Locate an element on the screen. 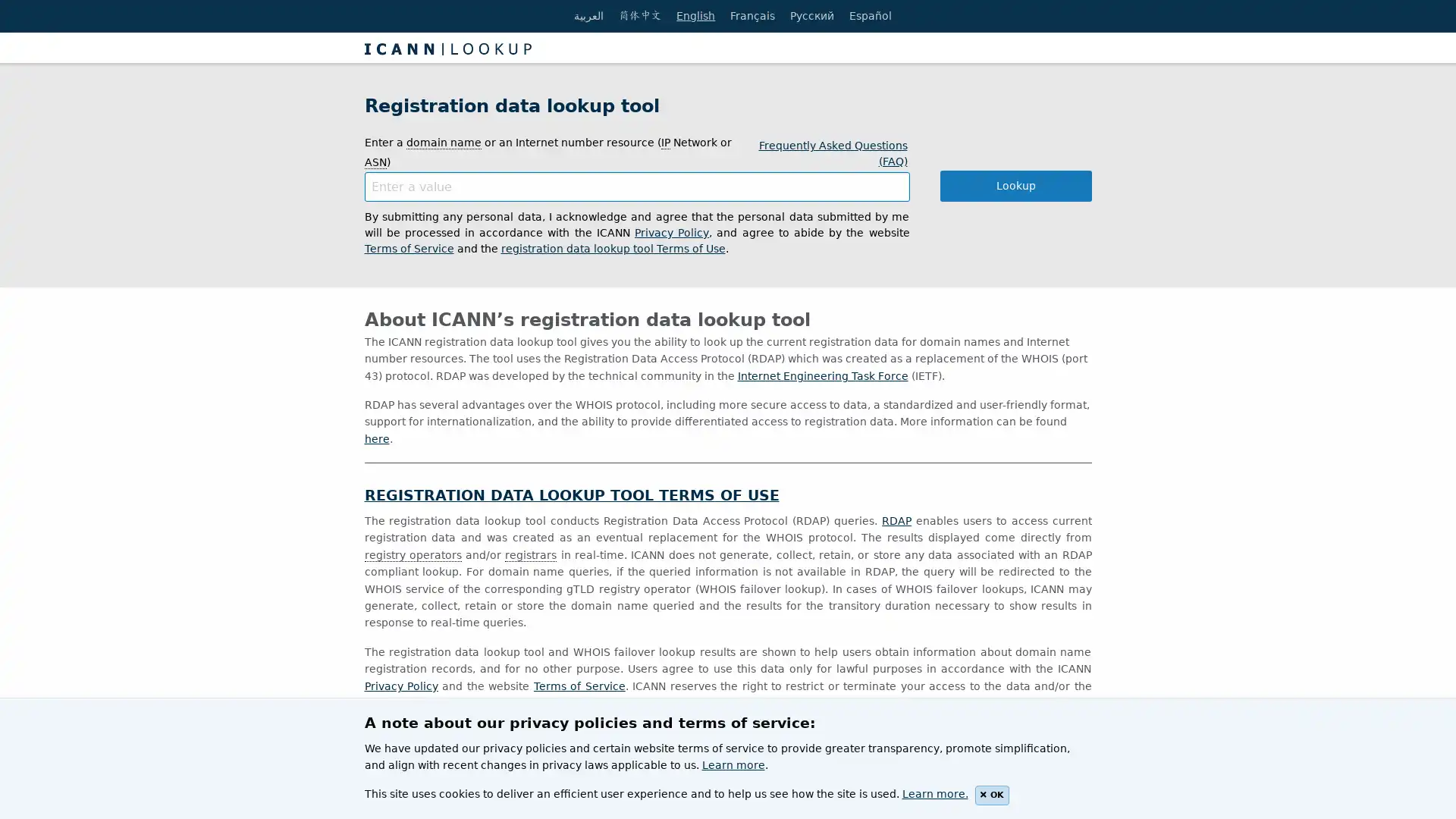  Lookup is located at coordinates (1015, 185).